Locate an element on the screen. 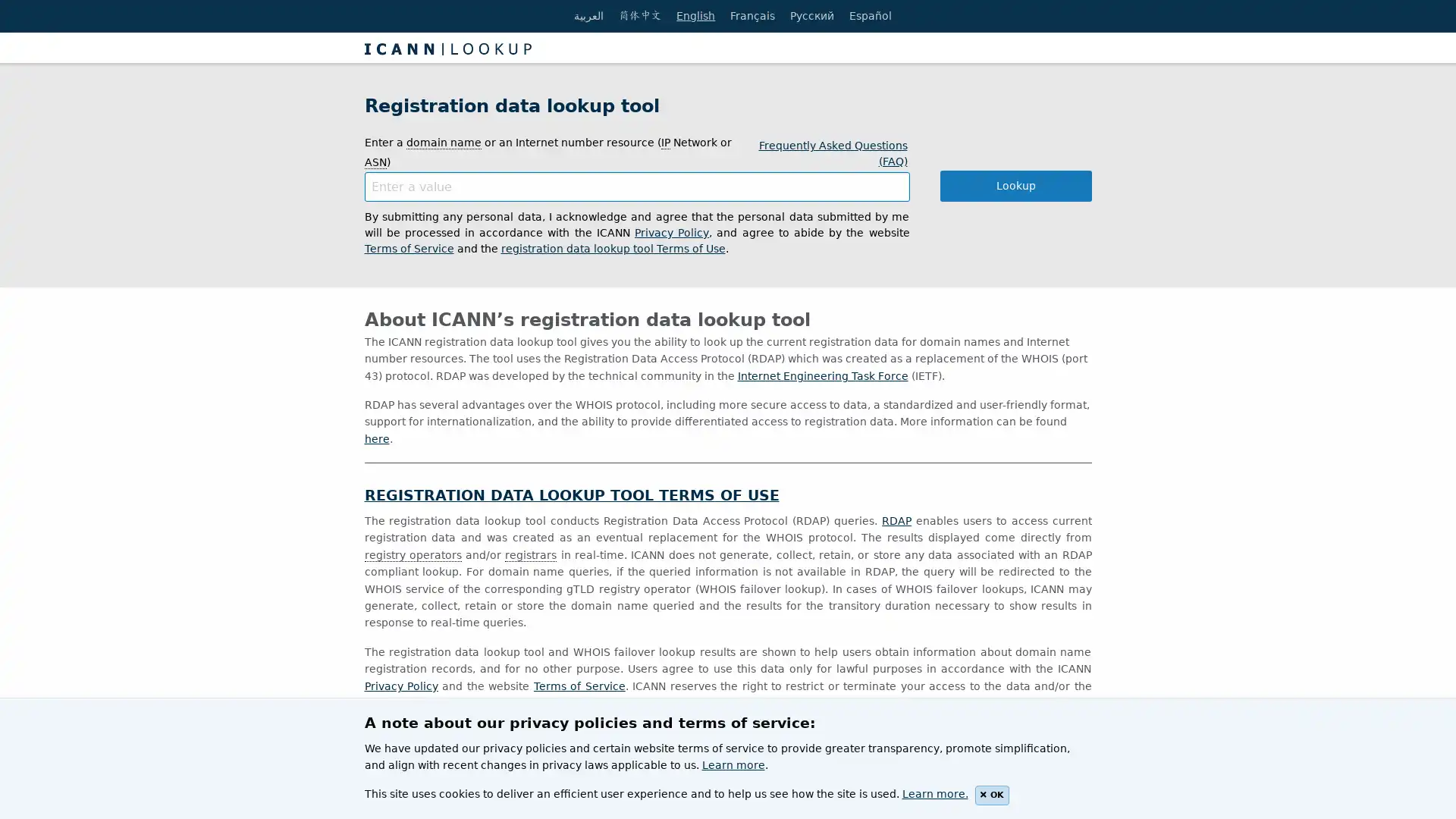  Lookup is located at coordinates (1015, 185).